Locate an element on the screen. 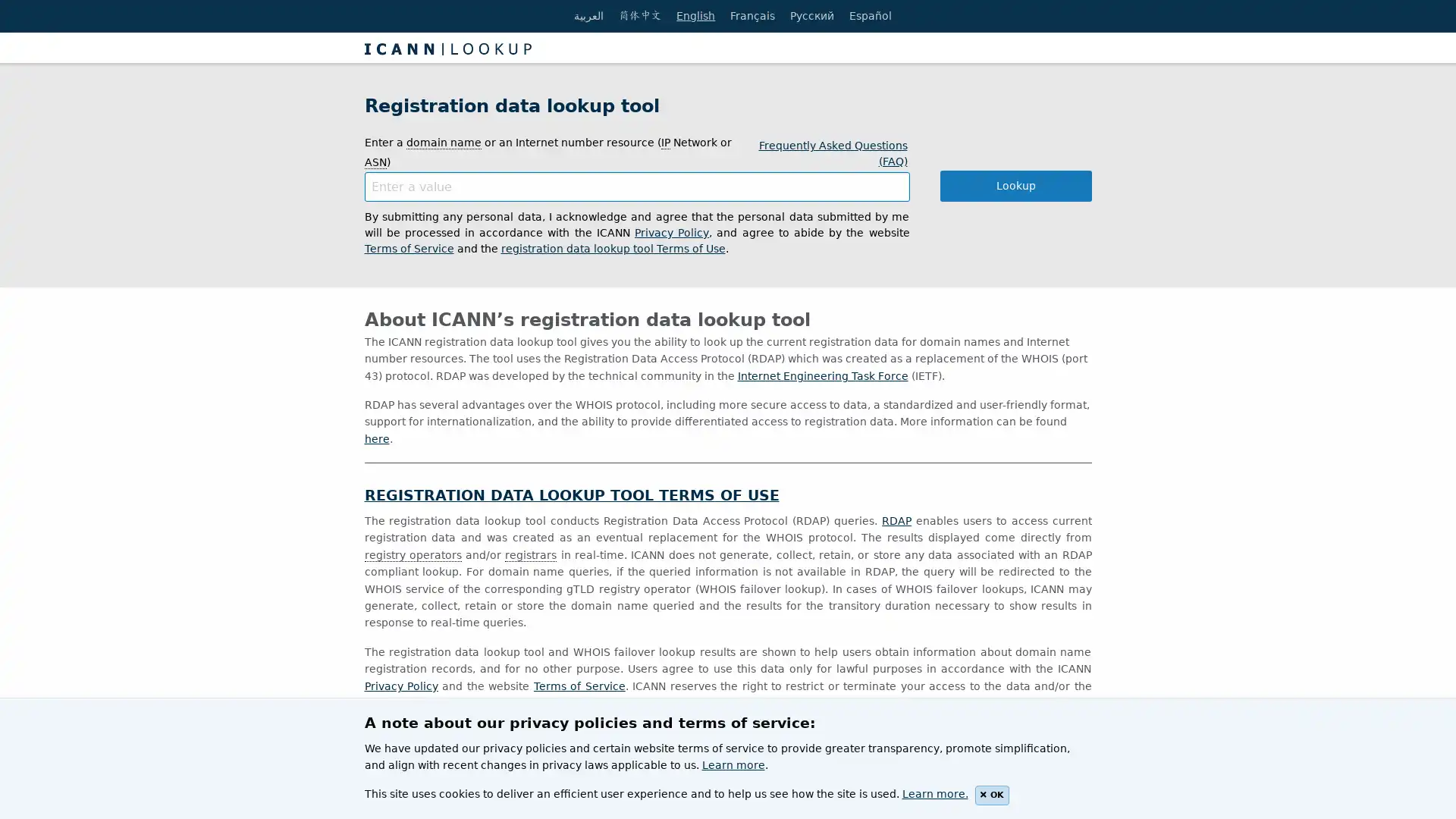  Lookup is located at coordinates (1015, 185).